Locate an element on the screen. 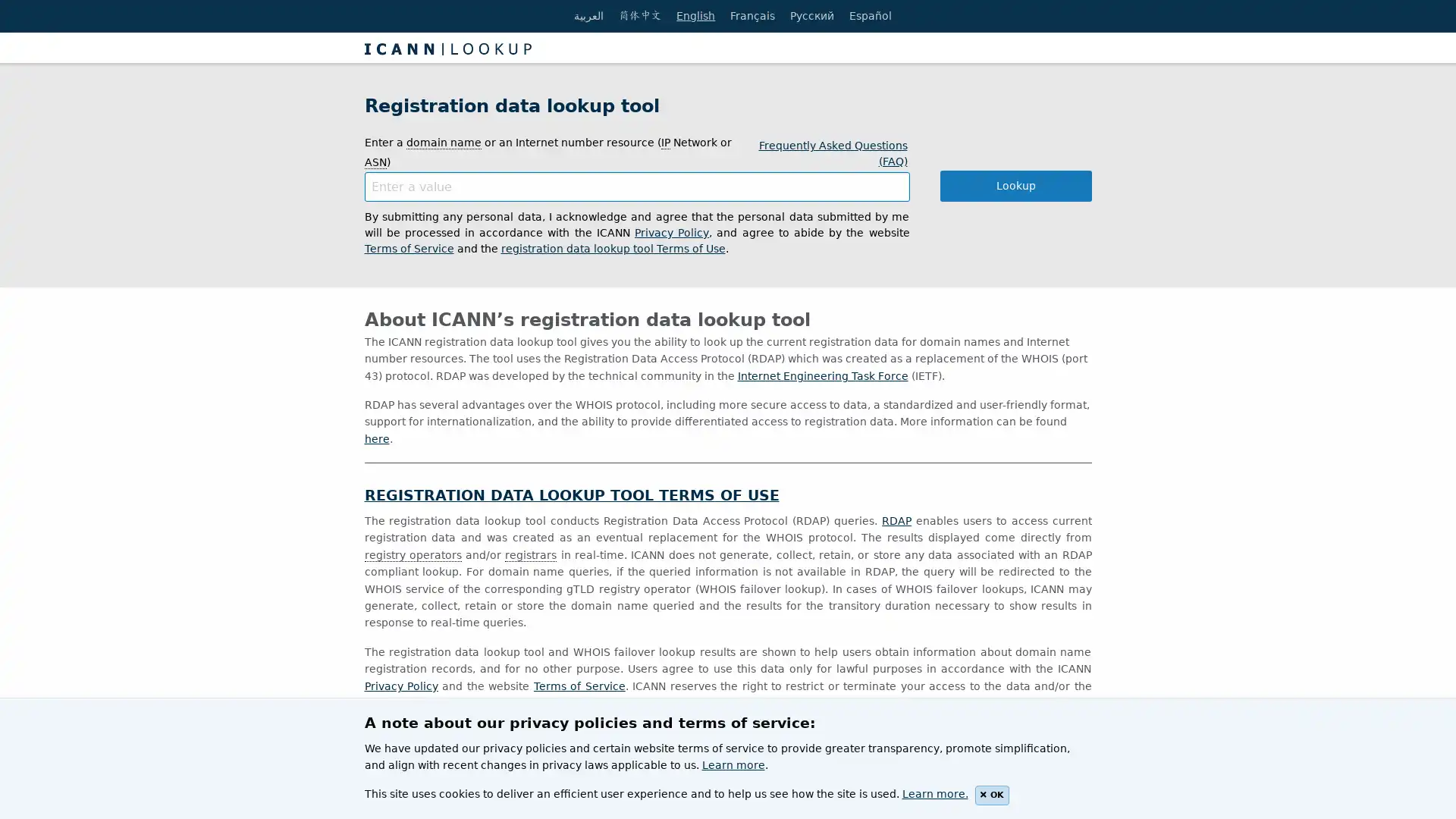  Lookup is located at coordinates (1015, 185).